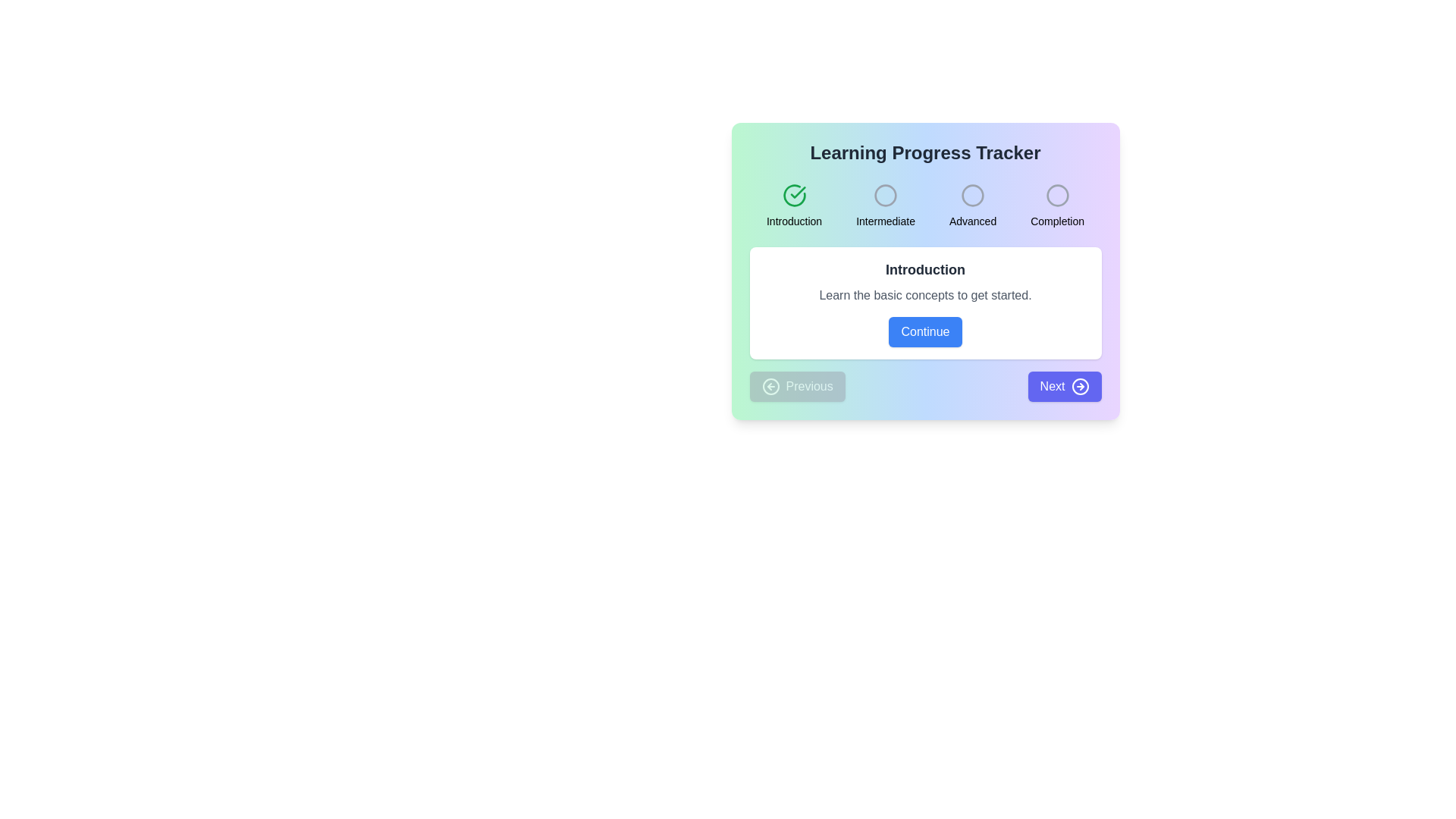 Image resolution: width=1456 pixels, height=819 pixels. Describe the element at coordinates (973, 195) in the screenshot. I see `the 'Advanced' step circular UI indicator in the Learning Progress Tracker, which is the third circle in a sequence of four` at that location.